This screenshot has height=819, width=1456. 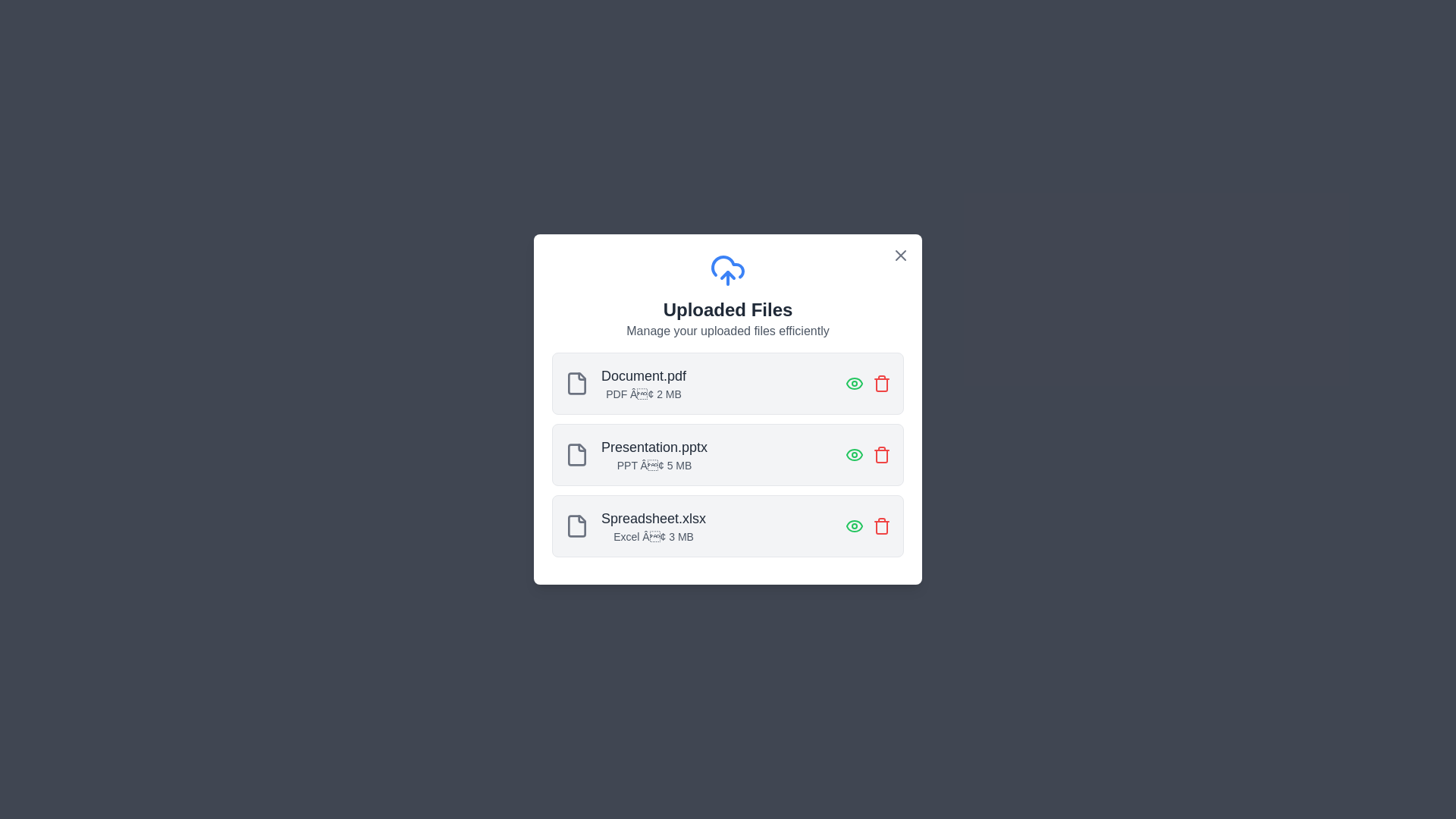 I want to click on the green eye icon located in the UI group of icons, which indicates a preview or view functionality, positioned as the left icon in the group, so click(x=868, y=526).